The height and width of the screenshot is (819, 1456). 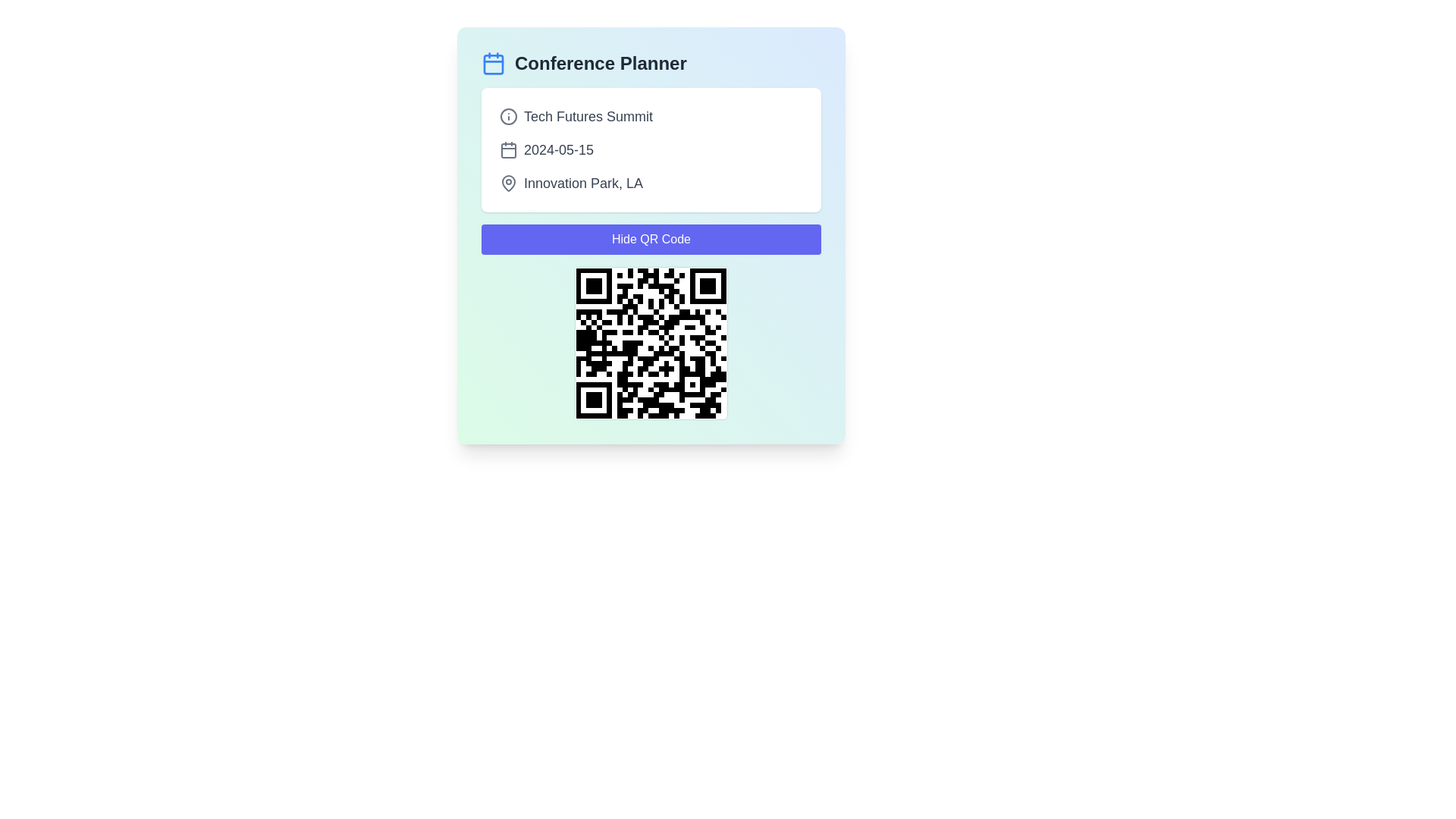 I want to click on the decorative icon for the 'Conference Planner' section, which is located at the top left of the card layout, centered vertically with the text 'Conference Planner', so click(x=494, y=63).